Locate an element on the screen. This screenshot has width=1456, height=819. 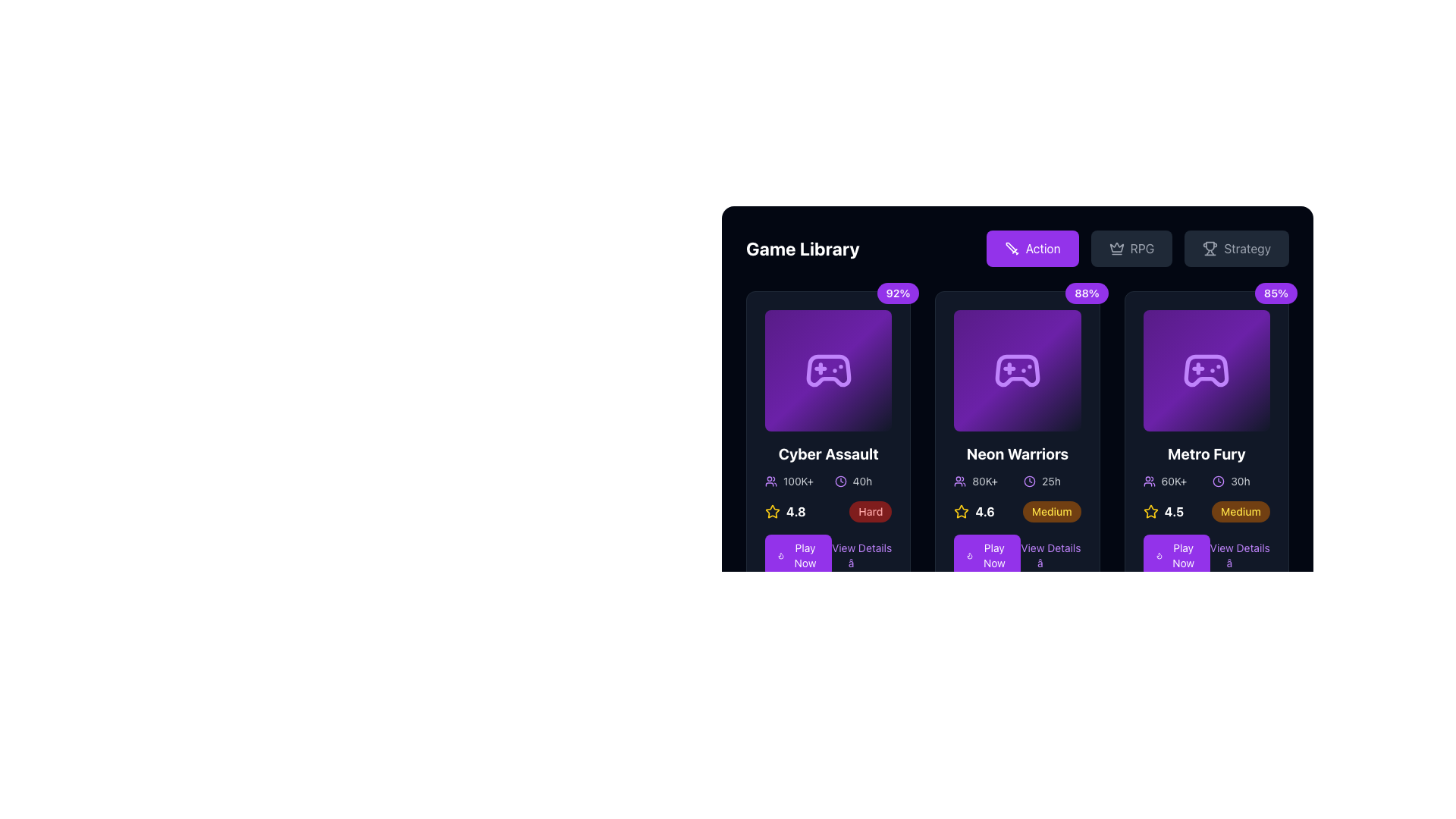
the Rating display element located within the third card labeled 'Metro Fury', positioned below the game title and user count, and left of the 'Medium' difficulty label is located at coordinates (1163, 512).